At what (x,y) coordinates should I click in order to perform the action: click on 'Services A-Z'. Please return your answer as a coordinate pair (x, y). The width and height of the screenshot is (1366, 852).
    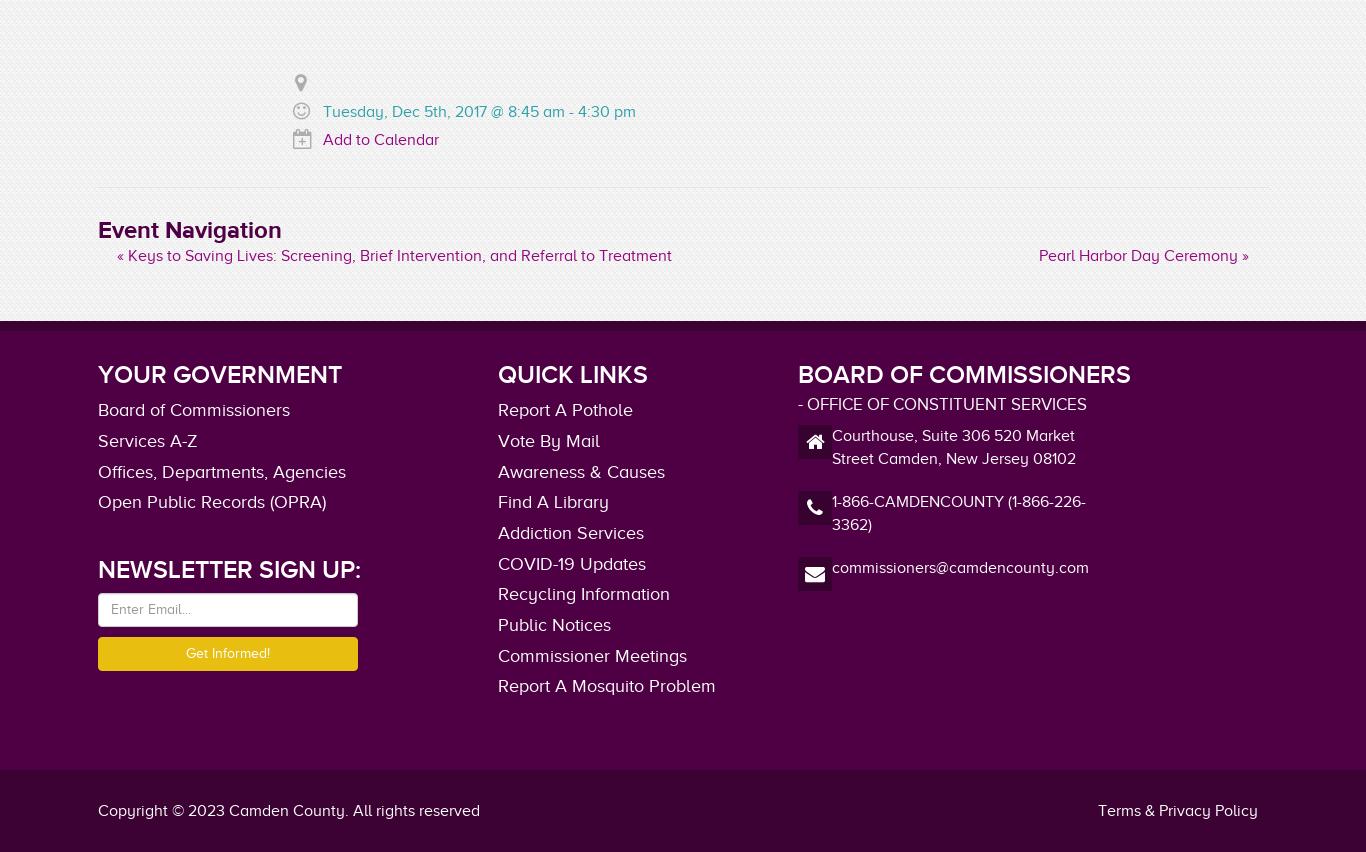
    Looking at the image, I should click on (146, 438).